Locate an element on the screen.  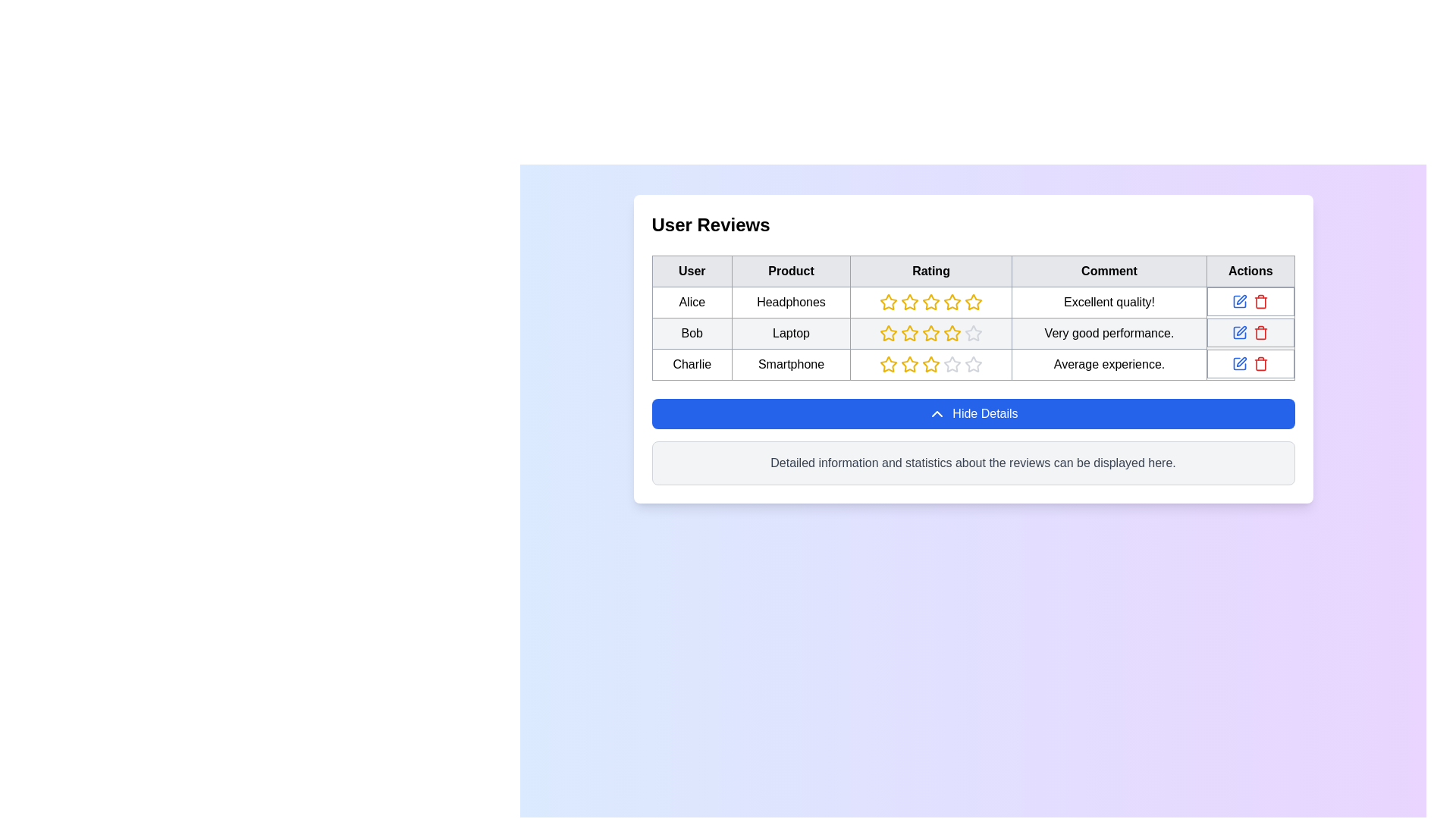
the rating value by interacting with the third star icon in the rating column for the product 'Laptop' is located at coordinates (910, 332).